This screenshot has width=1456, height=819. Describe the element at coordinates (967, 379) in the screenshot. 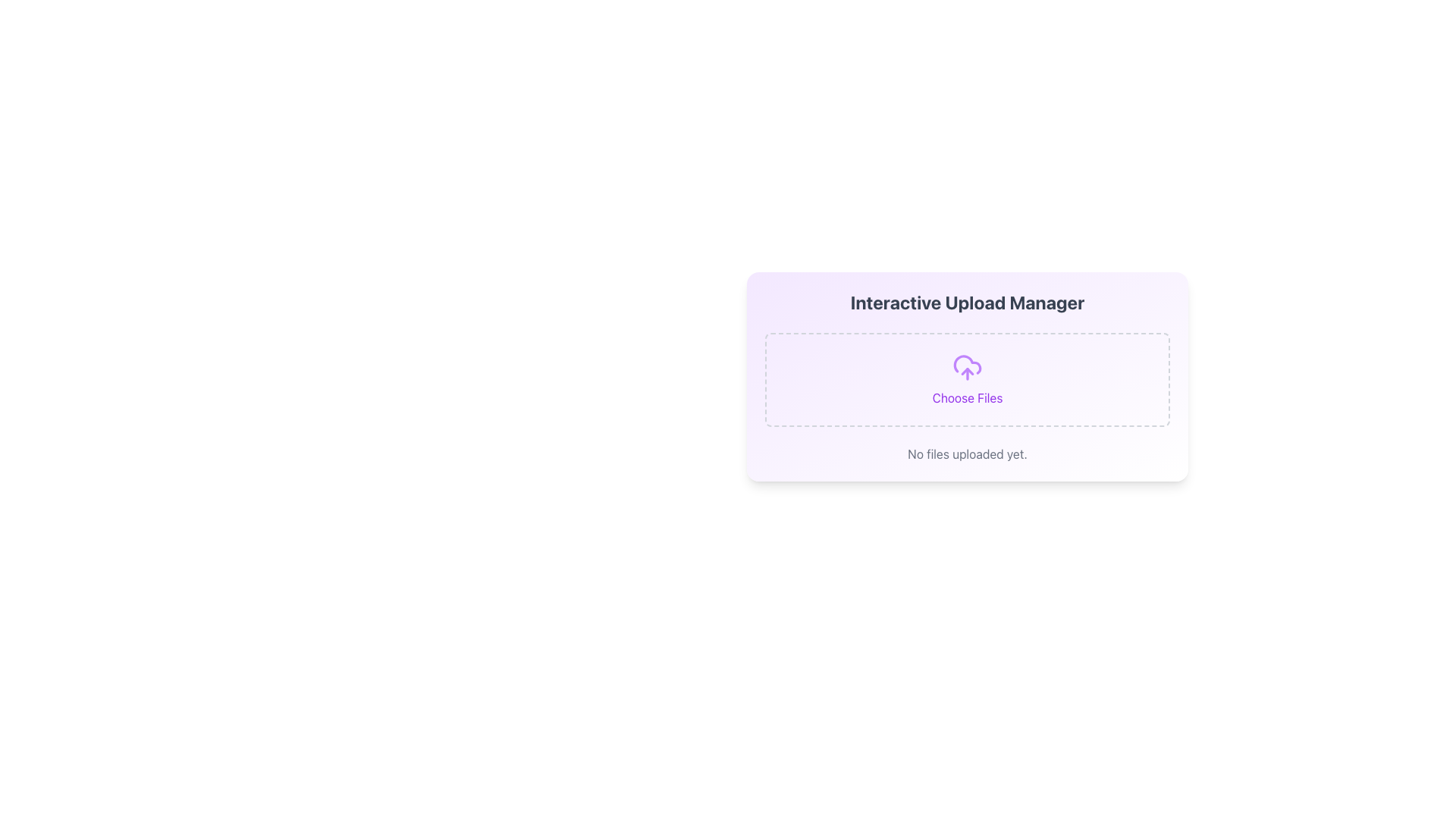

I see `the button labeled for file selection in the 'Interactive Upload Manager' interface` at that location.